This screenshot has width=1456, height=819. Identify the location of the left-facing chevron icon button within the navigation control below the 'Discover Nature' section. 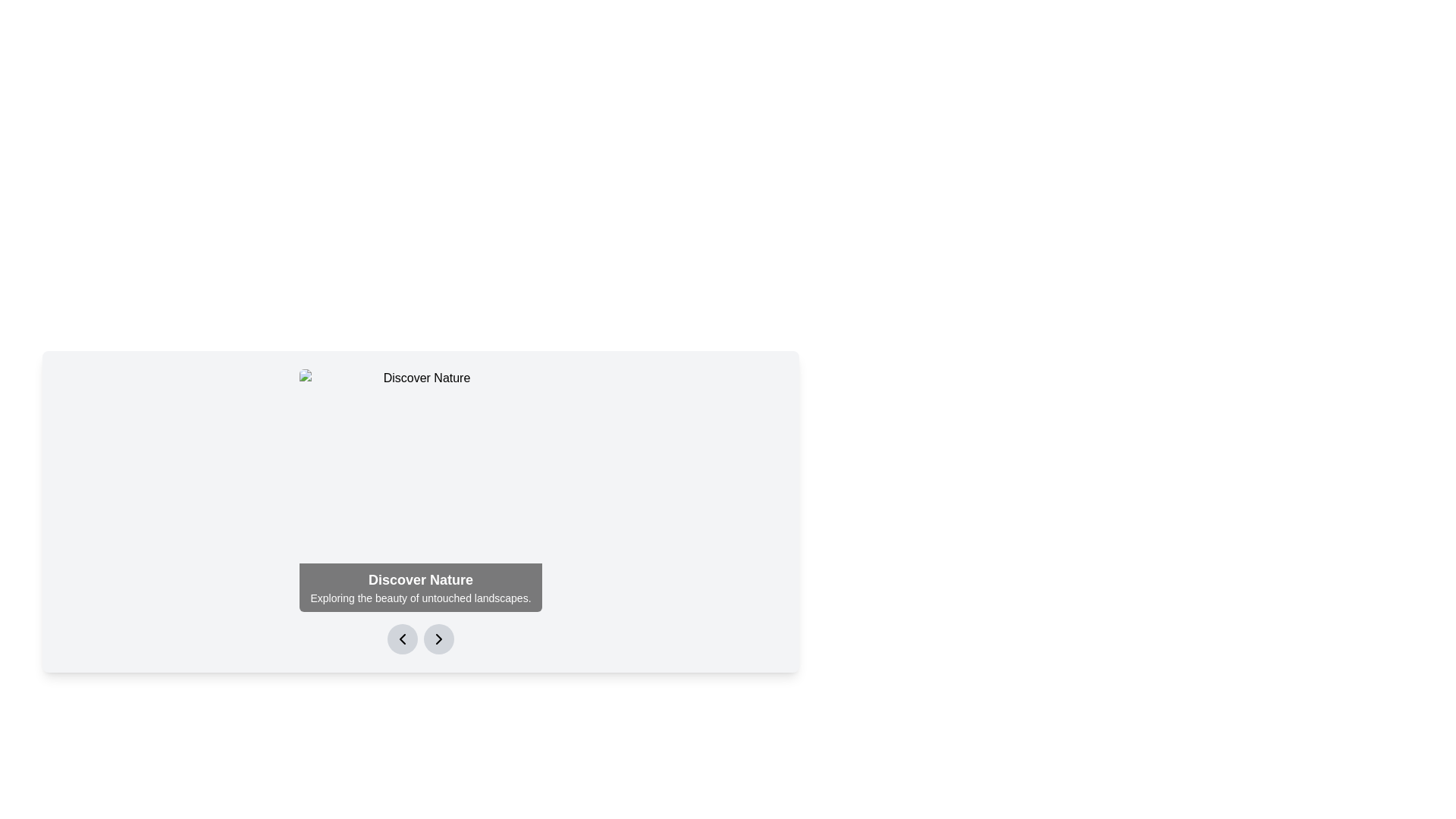
(403, 639).